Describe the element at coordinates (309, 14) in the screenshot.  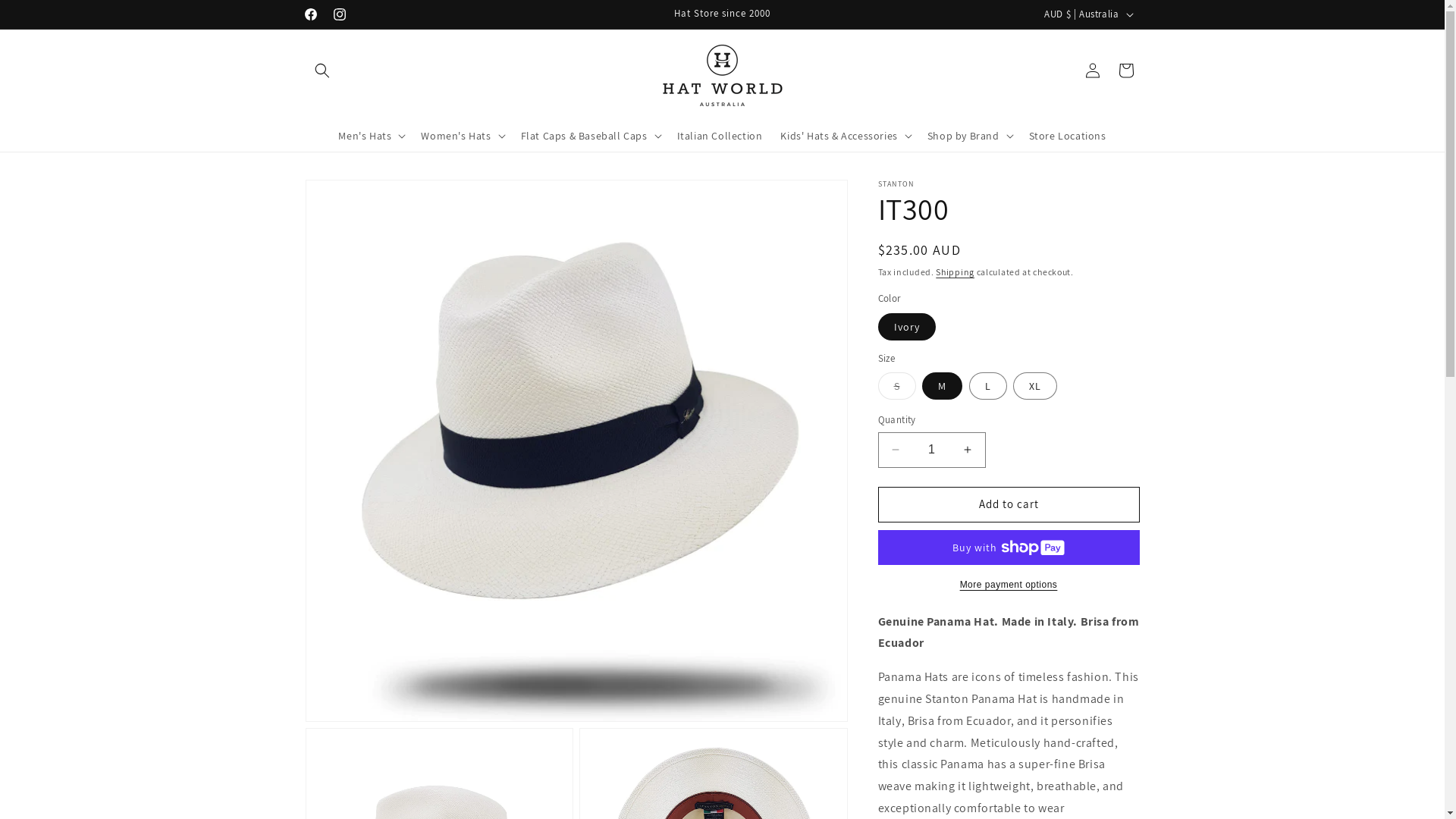
I see `'Facebook'` at that location.